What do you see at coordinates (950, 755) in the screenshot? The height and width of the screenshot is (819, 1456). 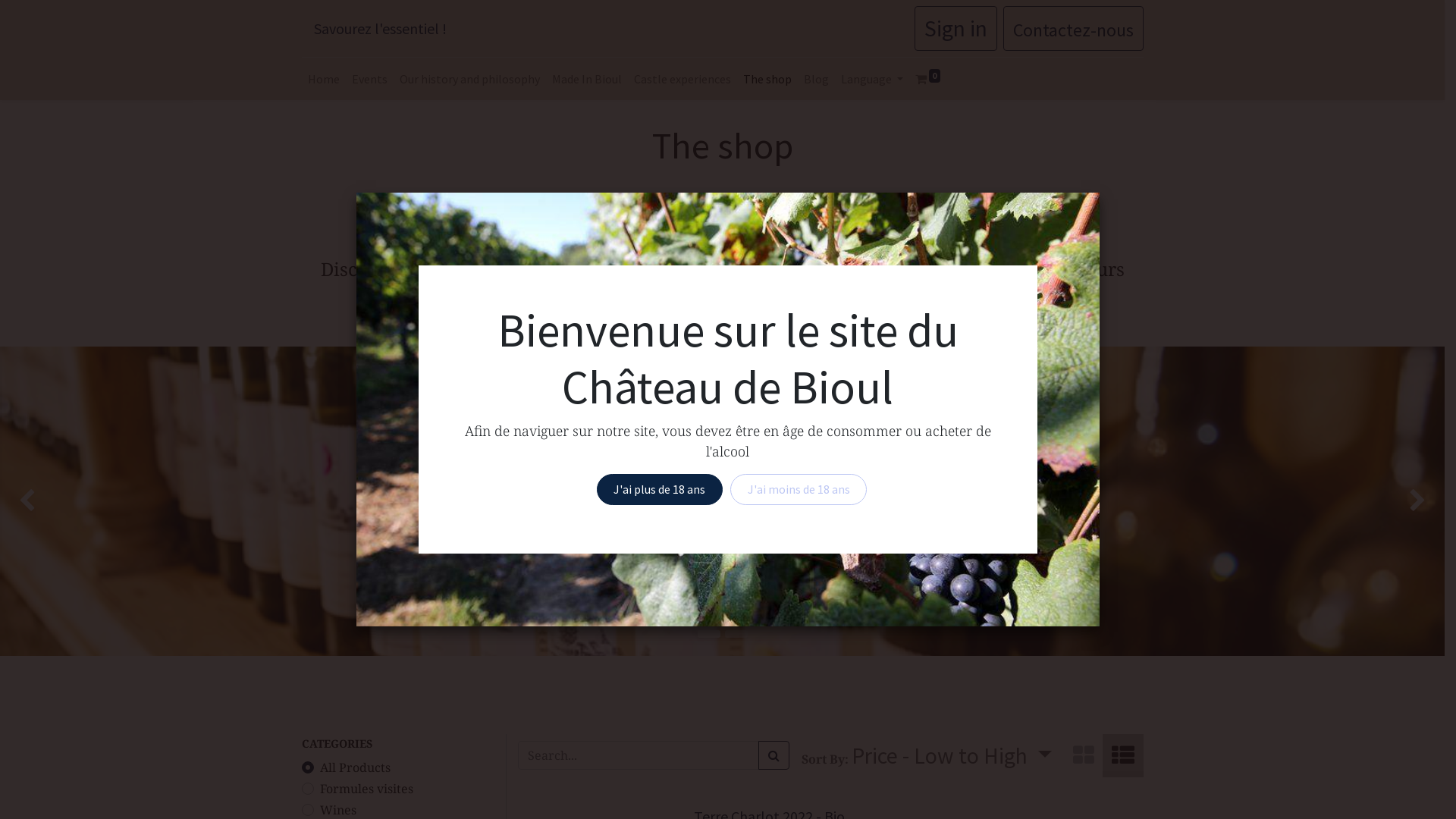 I see `'Price - Low to High'` at bounding box center [950, 755].